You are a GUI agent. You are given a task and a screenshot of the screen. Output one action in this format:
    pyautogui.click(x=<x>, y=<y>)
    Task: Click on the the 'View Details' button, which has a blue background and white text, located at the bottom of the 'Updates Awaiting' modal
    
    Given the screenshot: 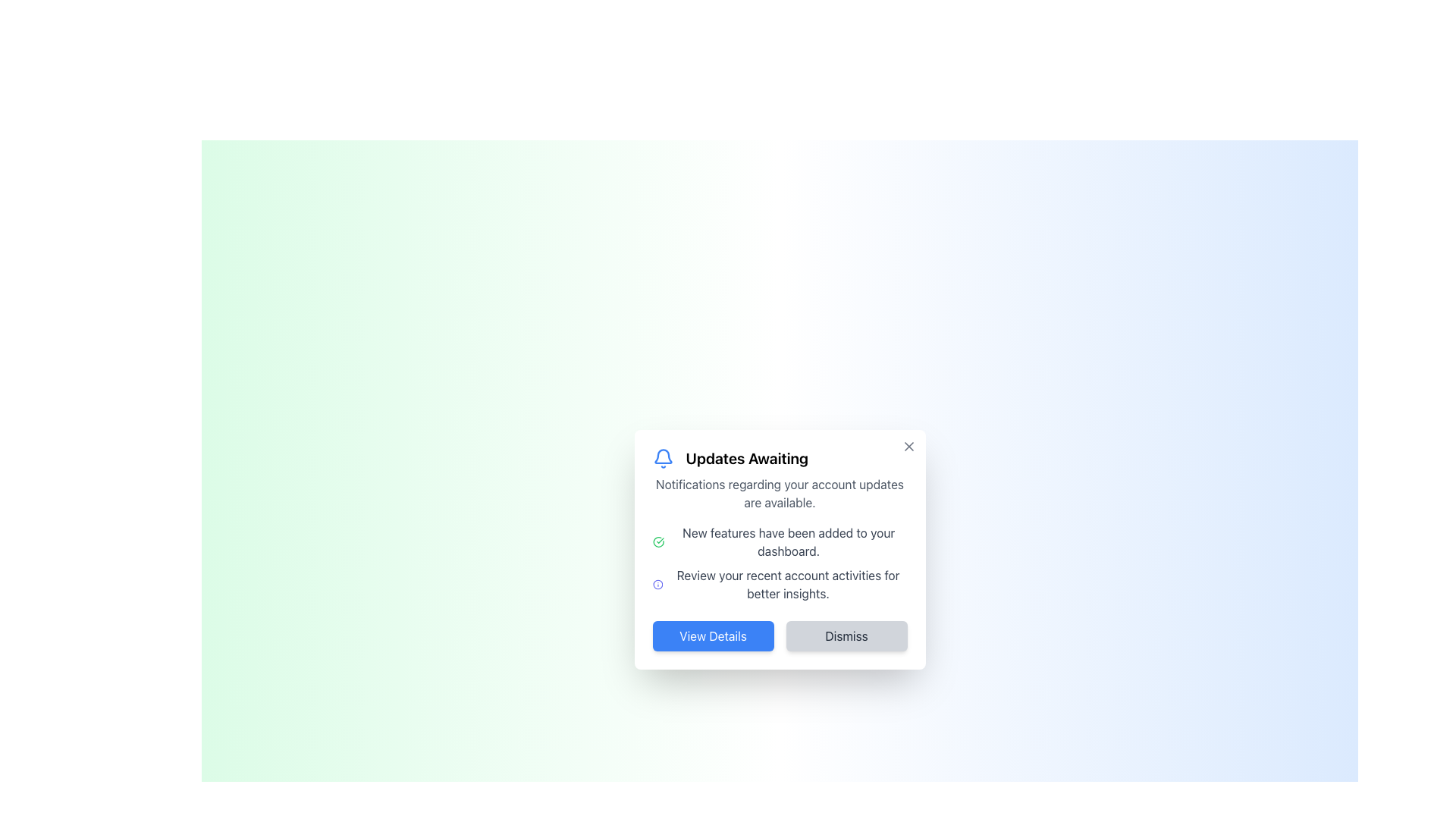 What is the action you would take?
    pyautogui.click(x=712, y=636)
    